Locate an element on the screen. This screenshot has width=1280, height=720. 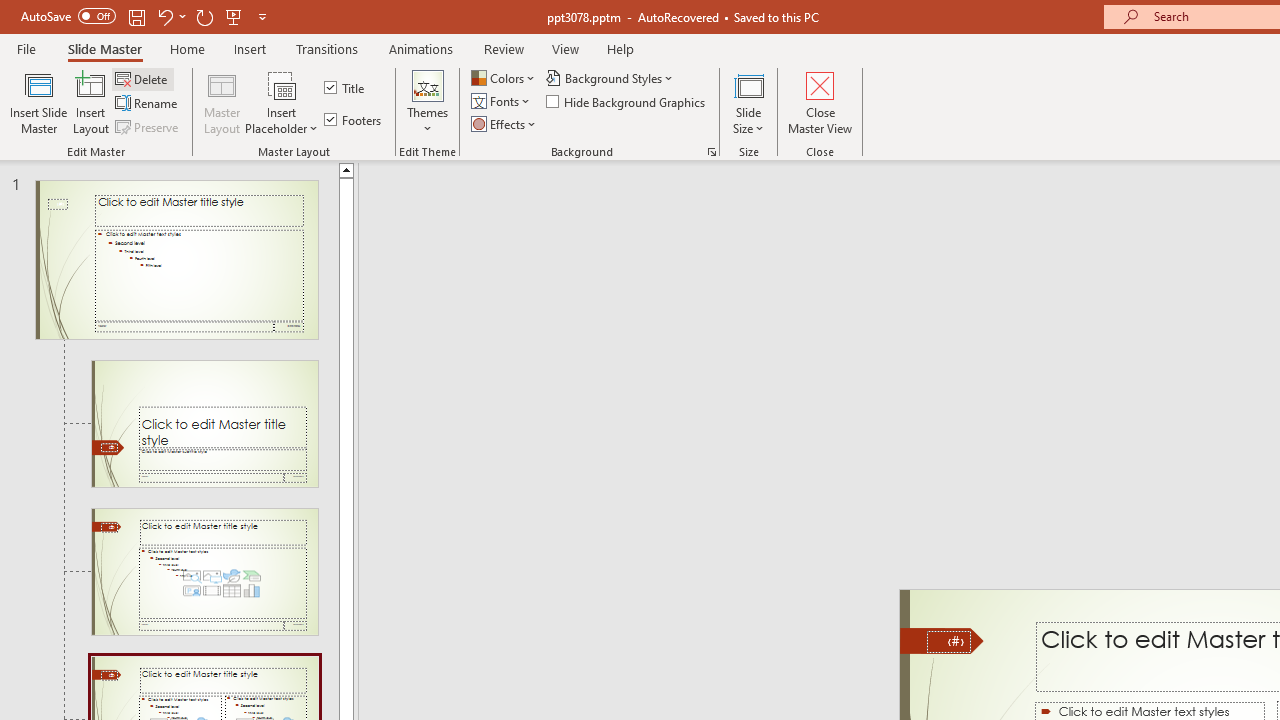
'Insert Placeholder' is located at coordinates (281, 103).